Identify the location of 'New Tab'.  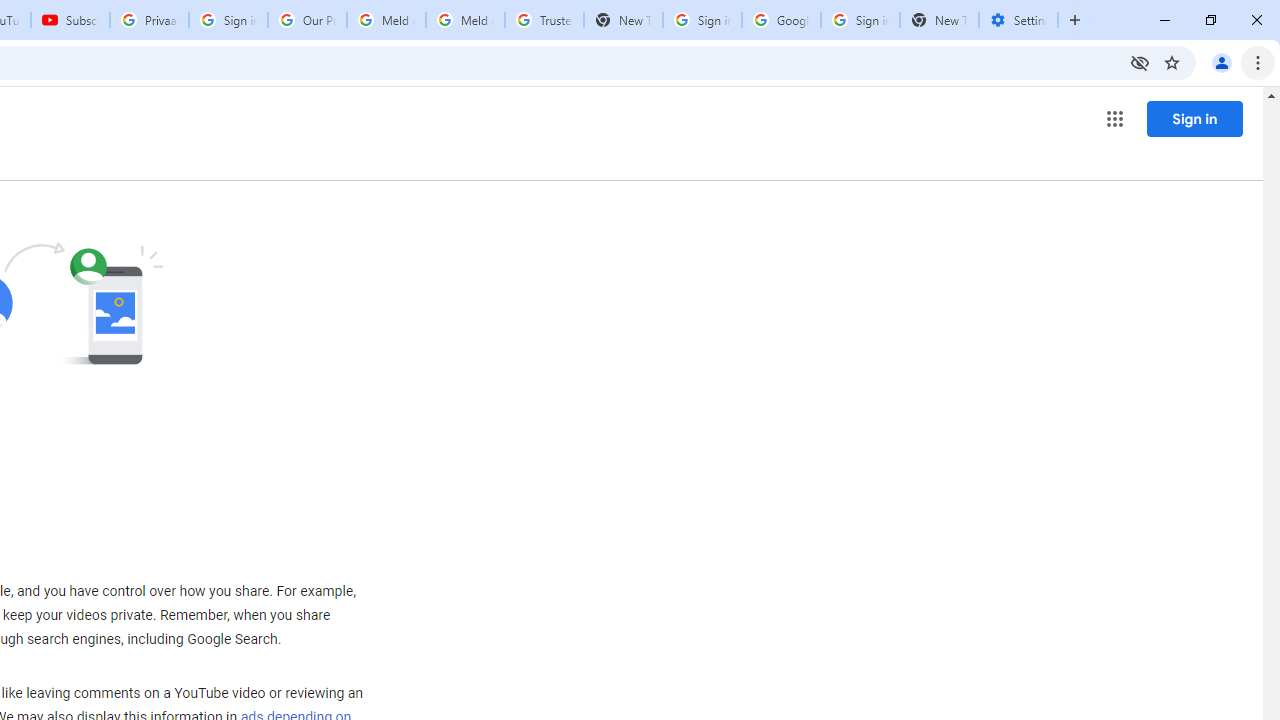
(938, 20).